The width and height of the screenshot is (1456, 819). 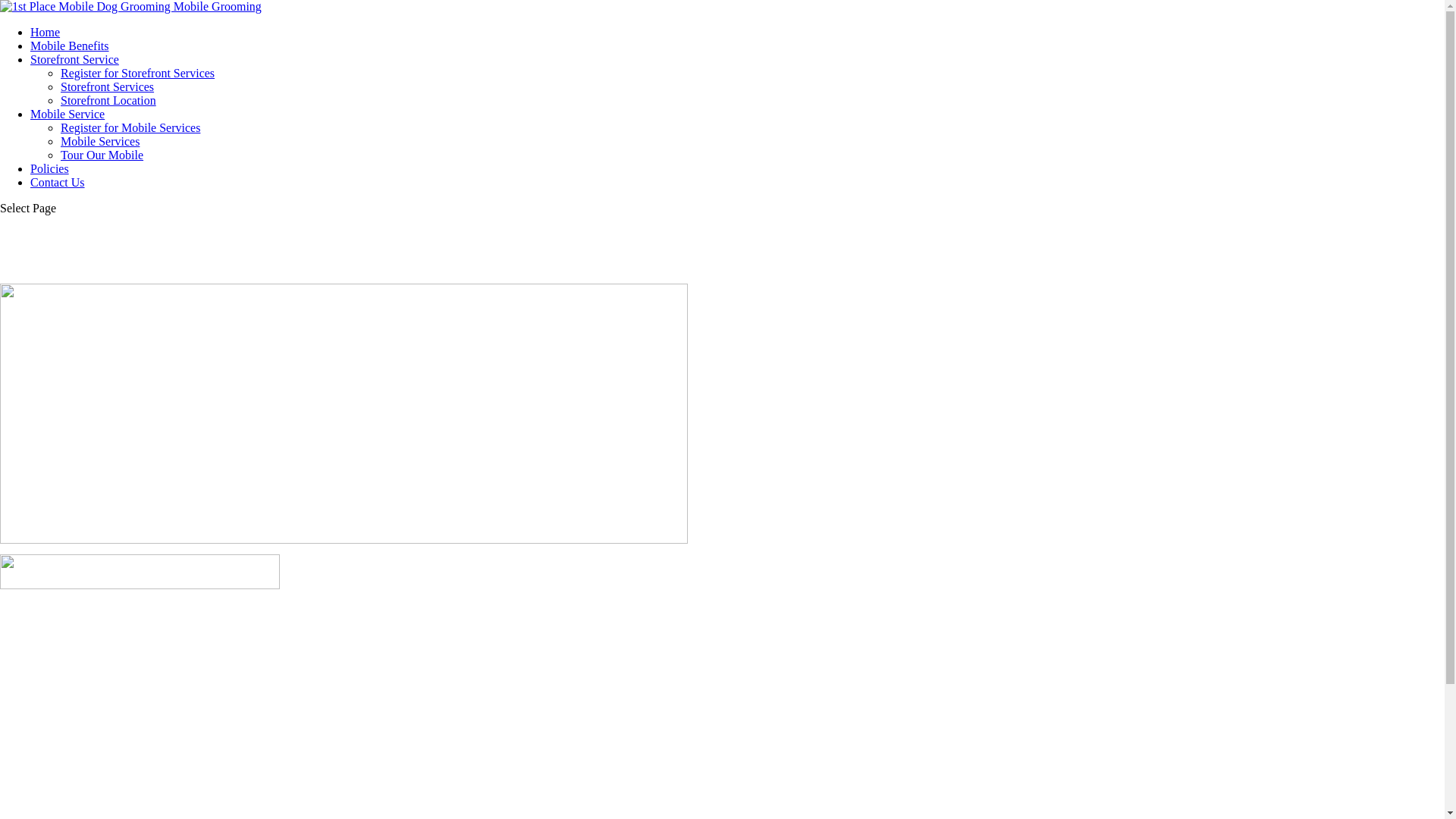 I want to click on 'Mobile Benefits', so click(x=30, y=45).